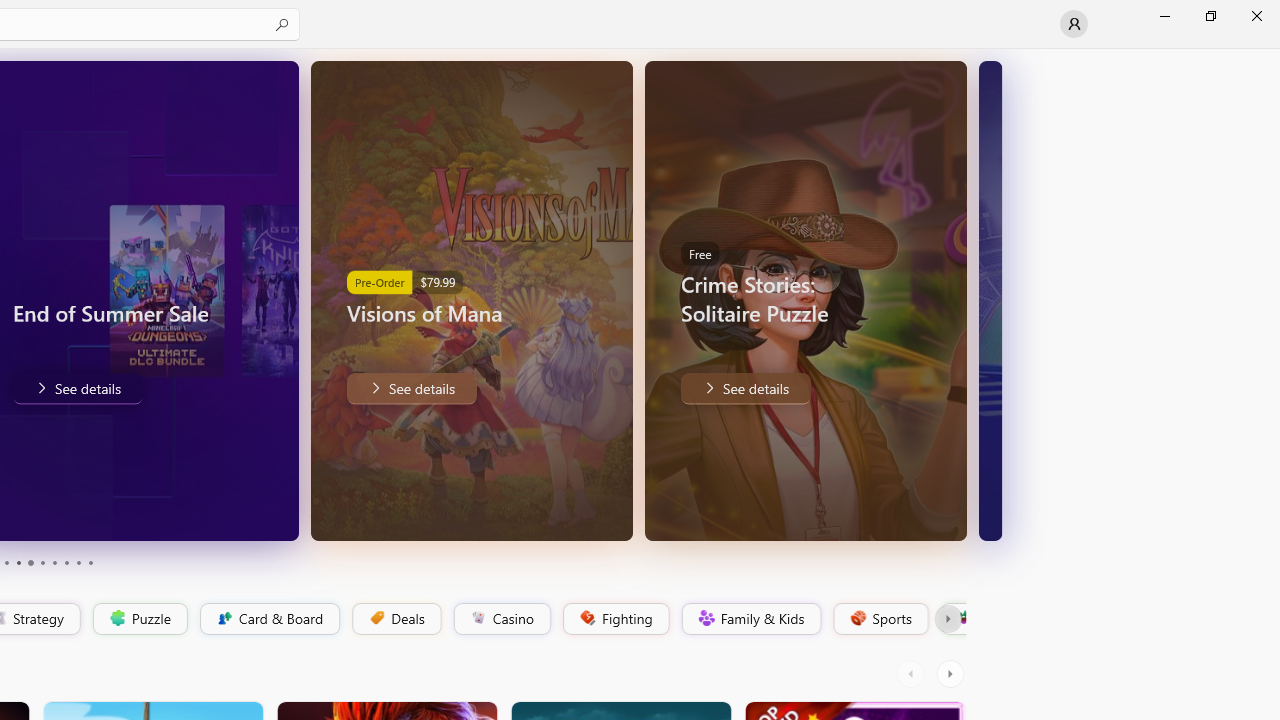 The width and height of the screenshot is (1280, 720). What do you see at coordinates (1209, 15) in the screenshot?
I see `'Restore Microsoft Store'` at bounding box center [1209, 15].